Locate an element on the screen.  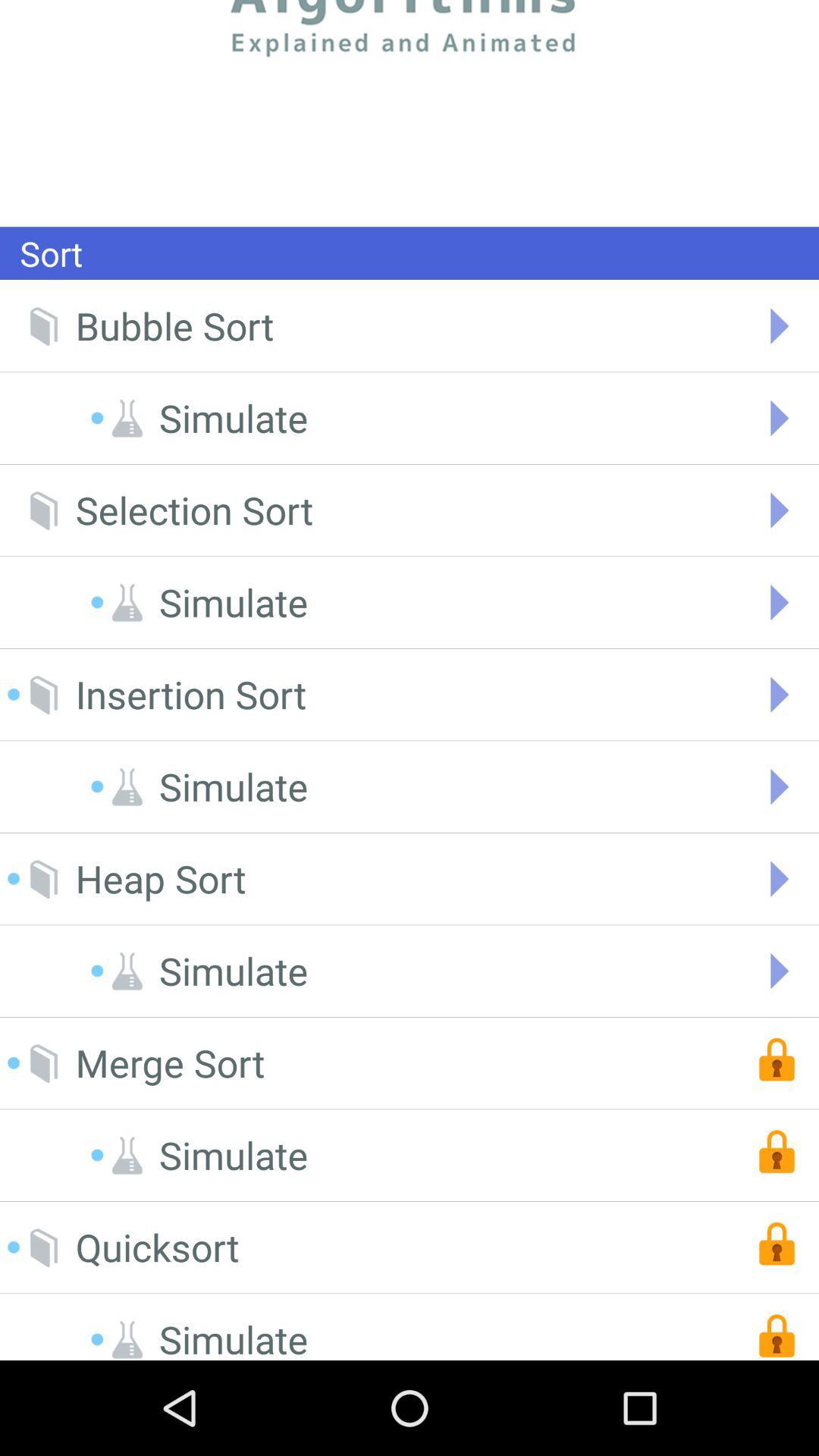
bubble sort icon is located at coordinates (174, 325).